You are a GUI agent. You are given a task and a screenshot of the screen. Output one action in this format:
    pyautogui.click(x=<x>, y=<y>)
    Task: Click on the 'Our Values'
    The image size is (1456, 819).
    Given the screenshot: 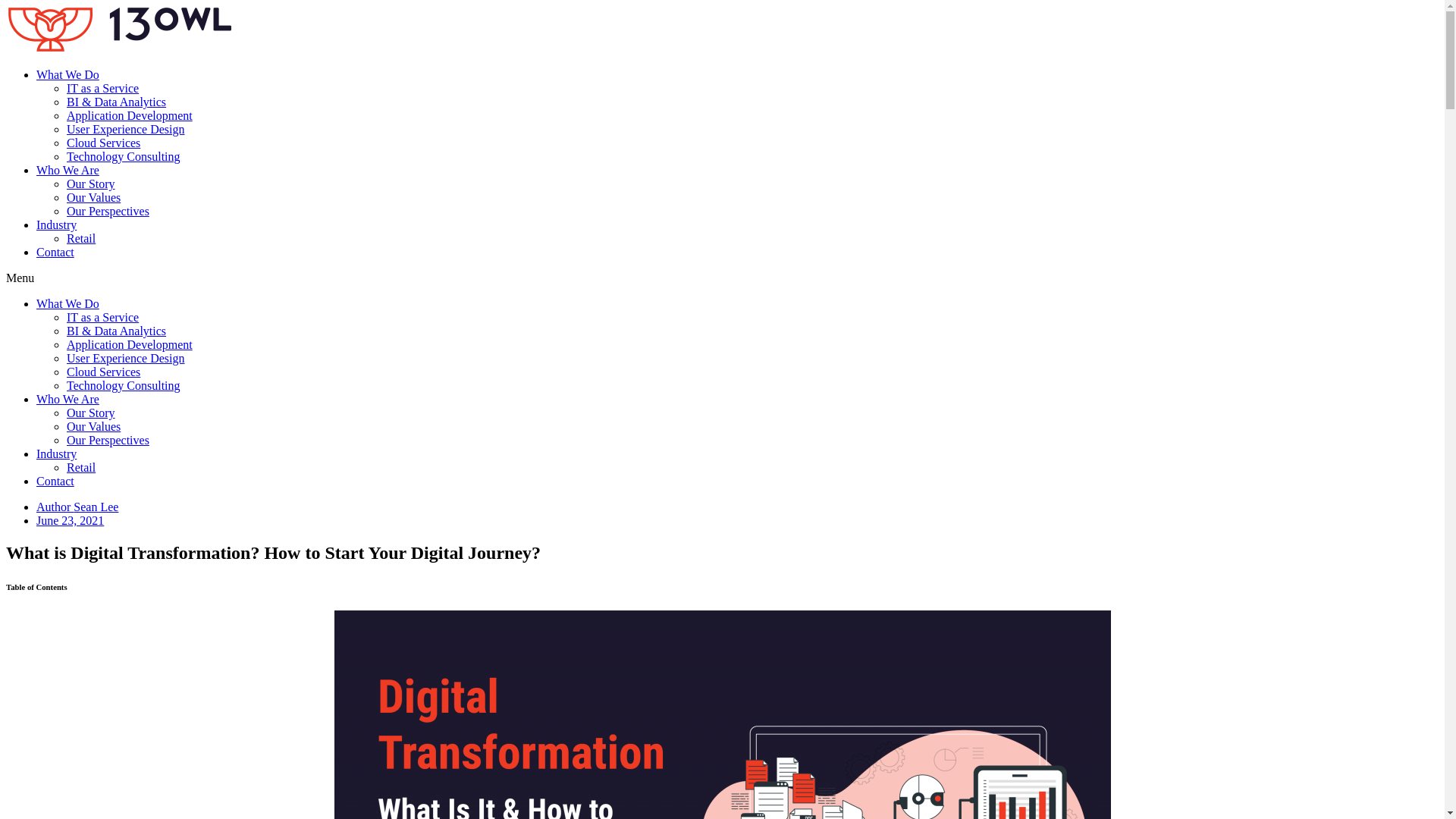 What is the action you would take?
    pyautogui.click(x=93, y=196)
    